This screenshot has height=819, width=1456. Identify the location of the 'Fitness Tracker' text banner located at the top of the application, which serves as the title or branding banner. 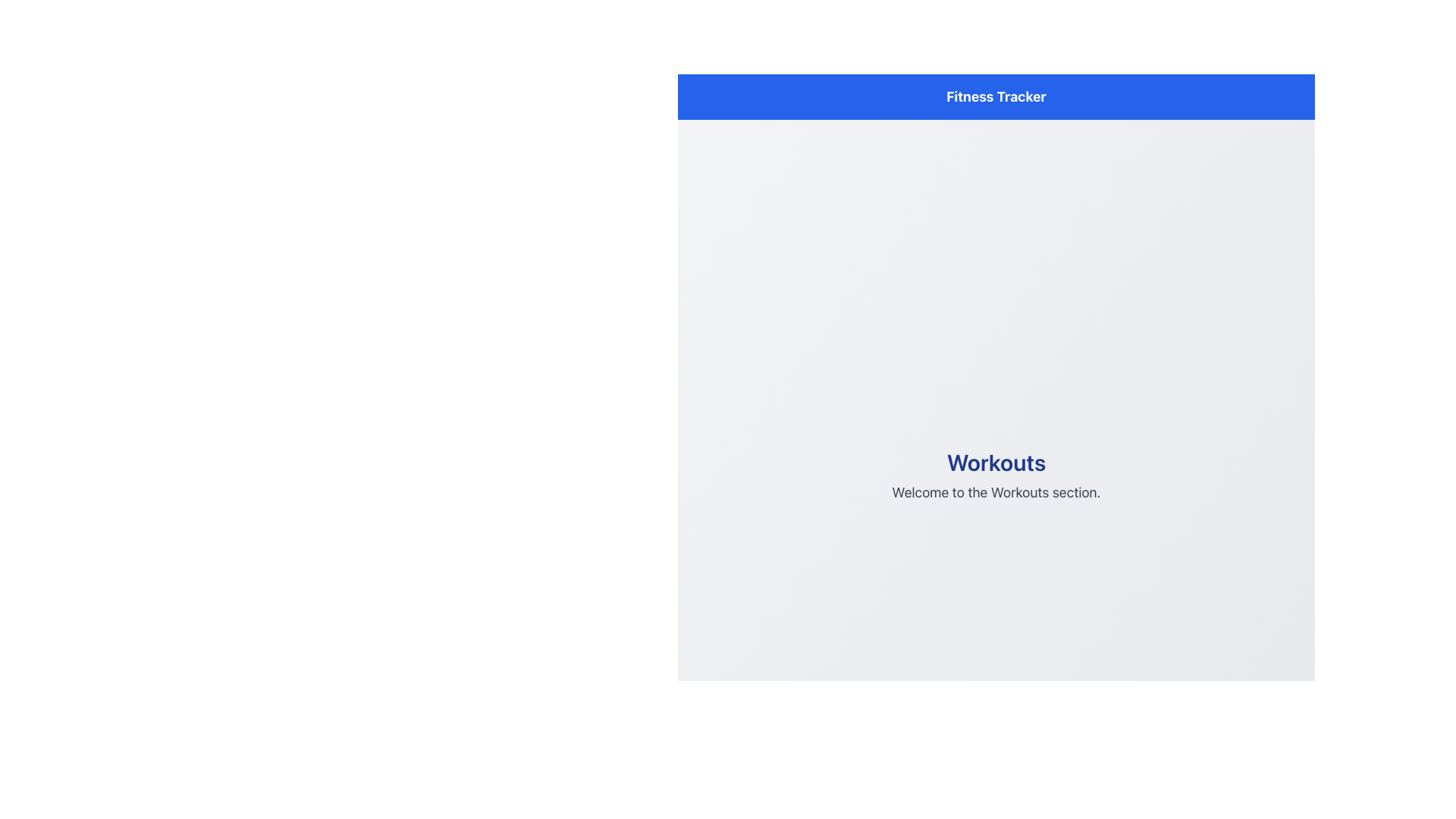
(996, 96).